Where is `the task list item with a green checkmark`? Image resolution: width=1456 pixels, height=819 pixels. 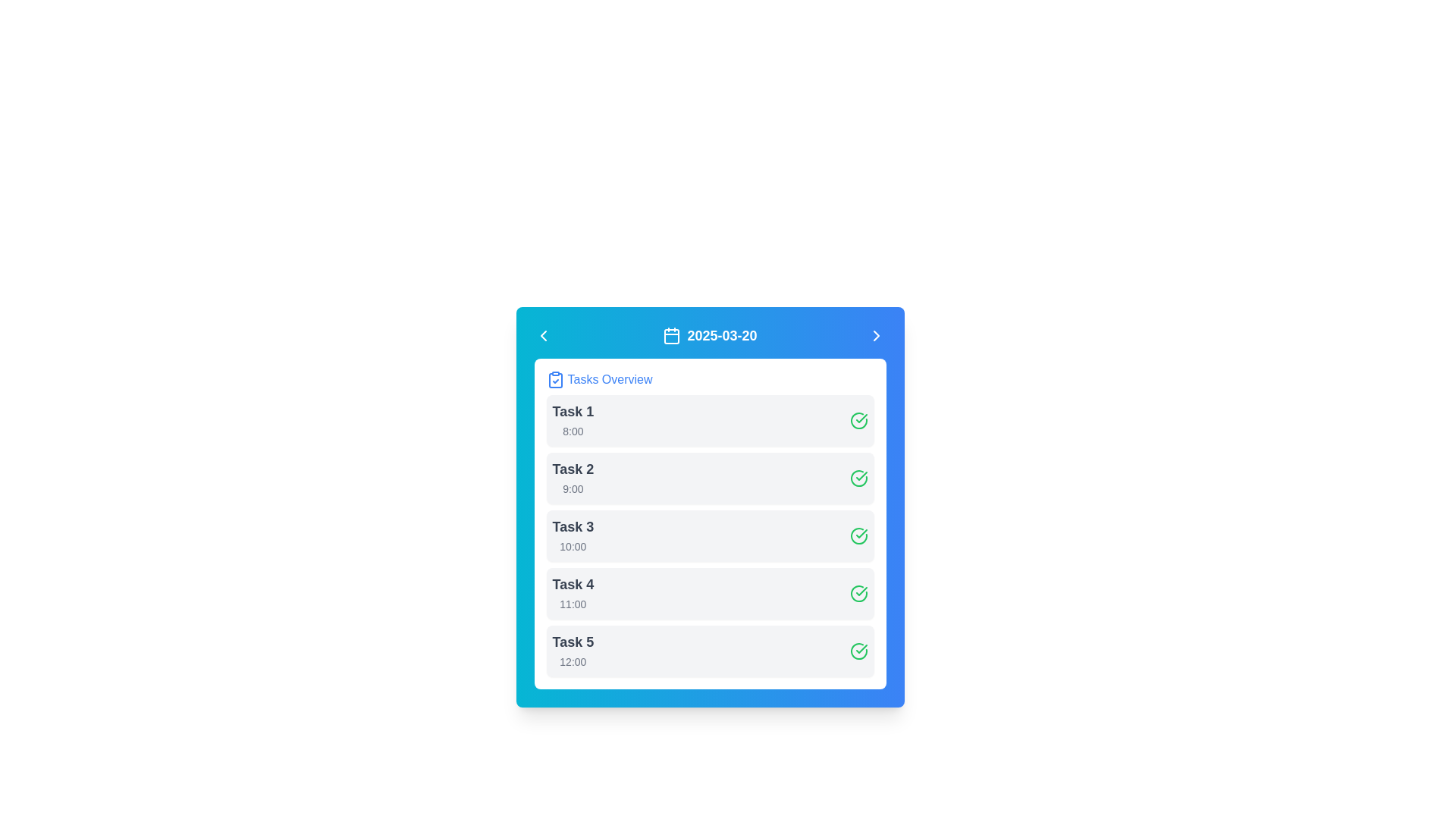
the task list item with a green checkmark is located at coordinates (709, 479).